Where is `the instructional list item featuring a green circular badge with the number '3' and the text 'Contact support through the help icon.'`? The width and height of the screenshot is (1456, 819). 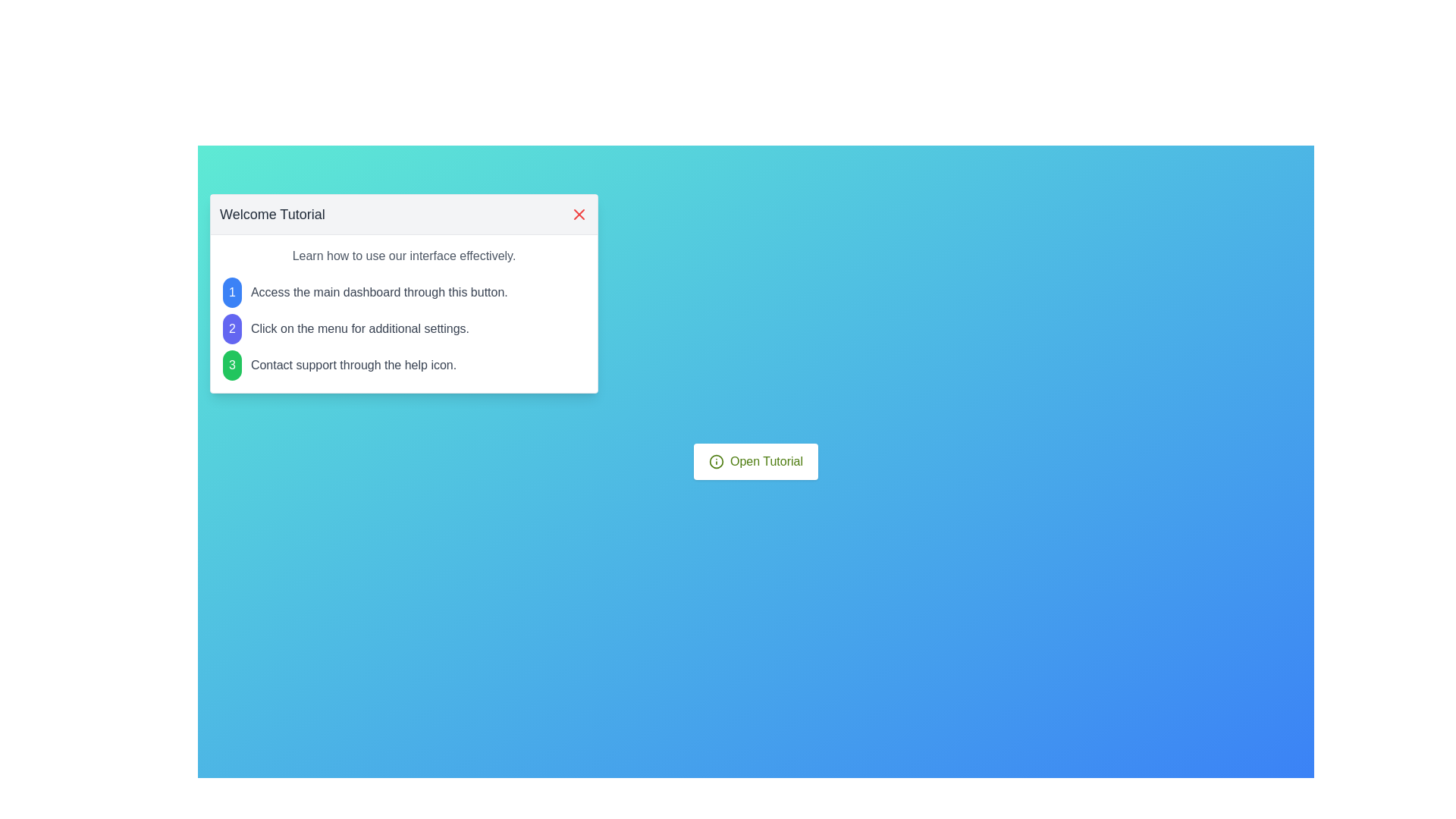
the instructional list item featuring a green circular badge with the number '3' and the text 'Contact support through the help icon.' is located at coordinates (403, 366).